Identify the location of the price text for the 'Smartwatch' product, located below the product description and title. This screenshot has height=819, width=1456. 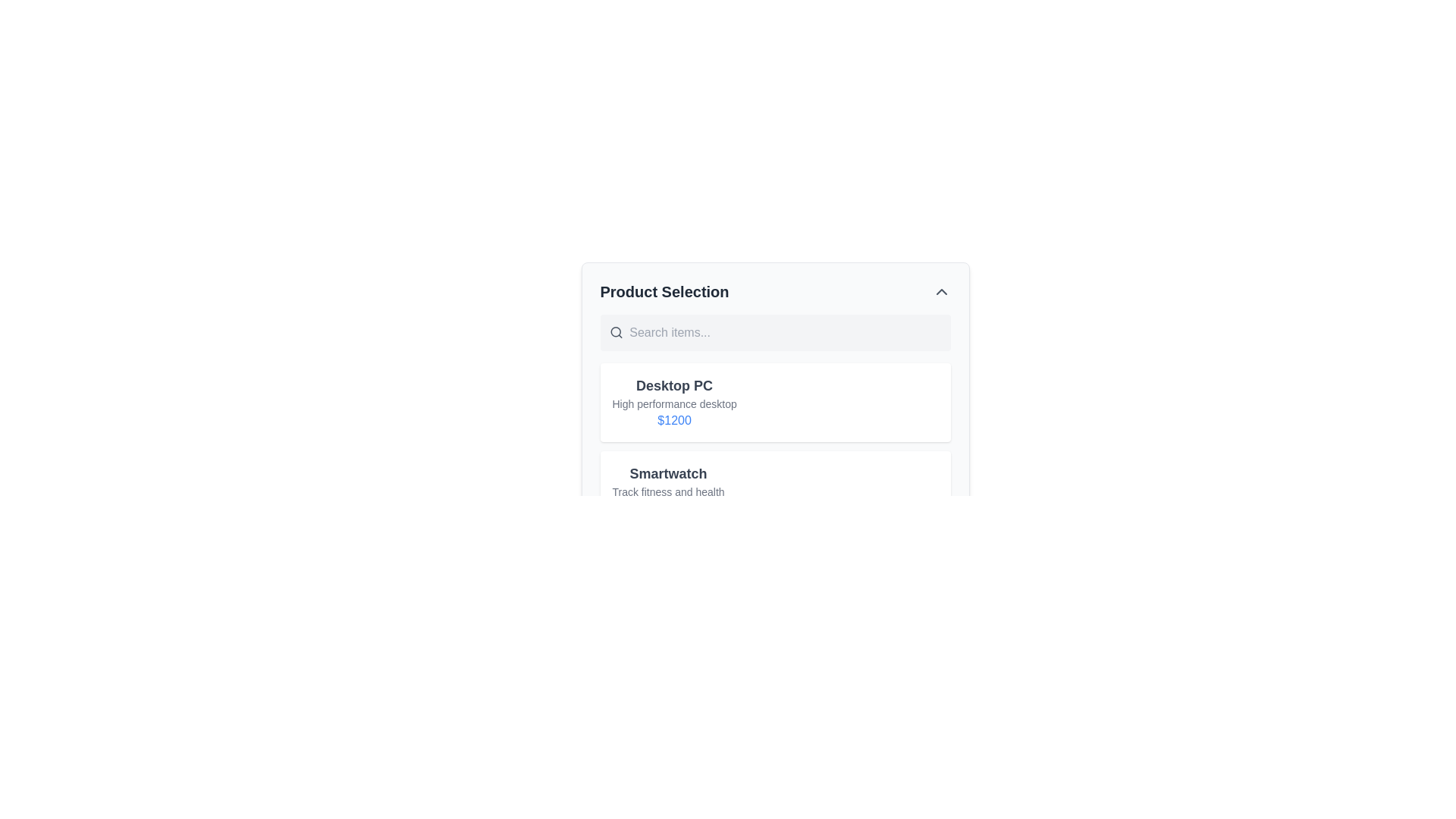
(667, 509).